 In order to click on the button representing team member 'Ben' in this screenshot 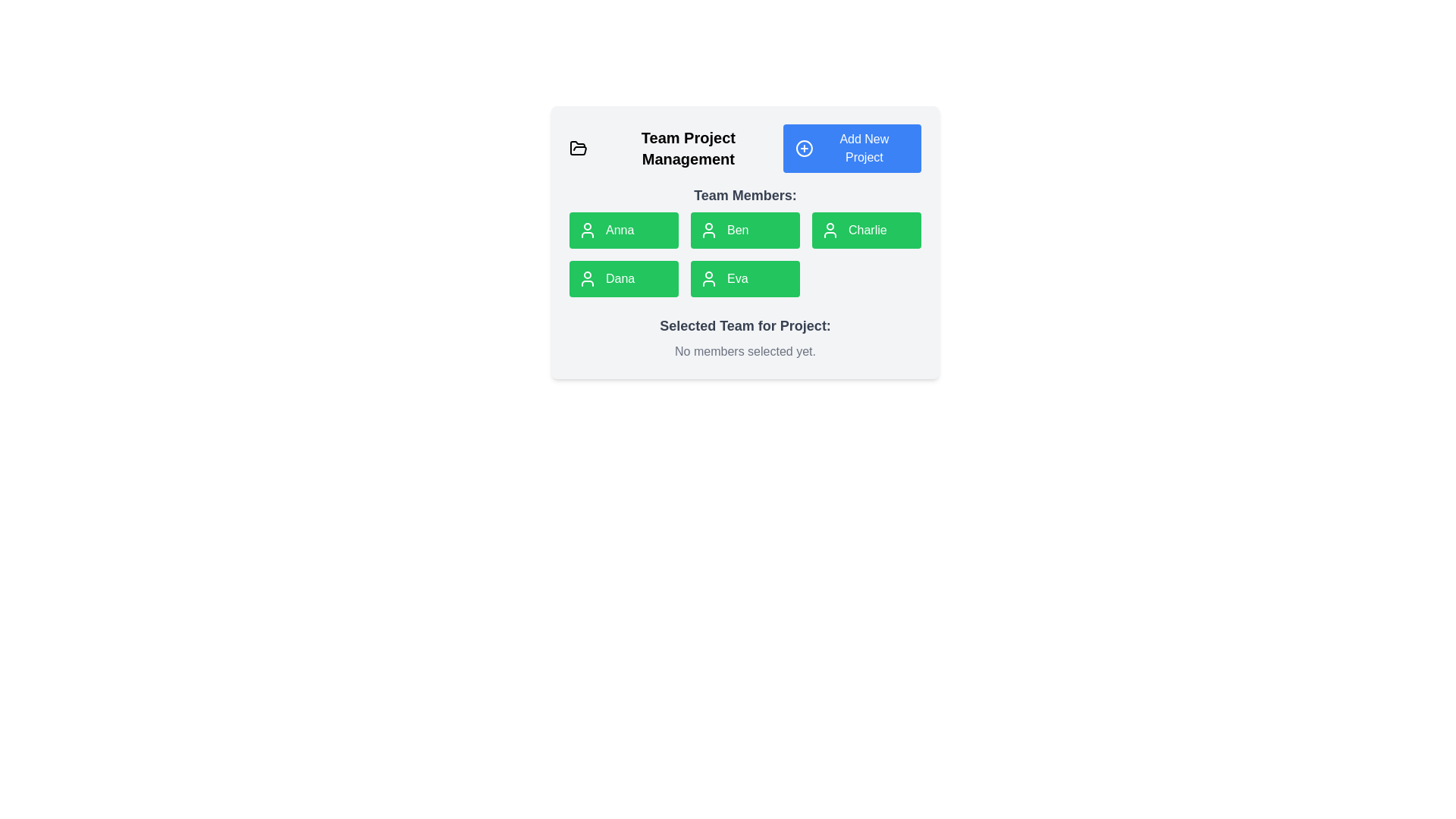, I will do `click(745, 231)`.